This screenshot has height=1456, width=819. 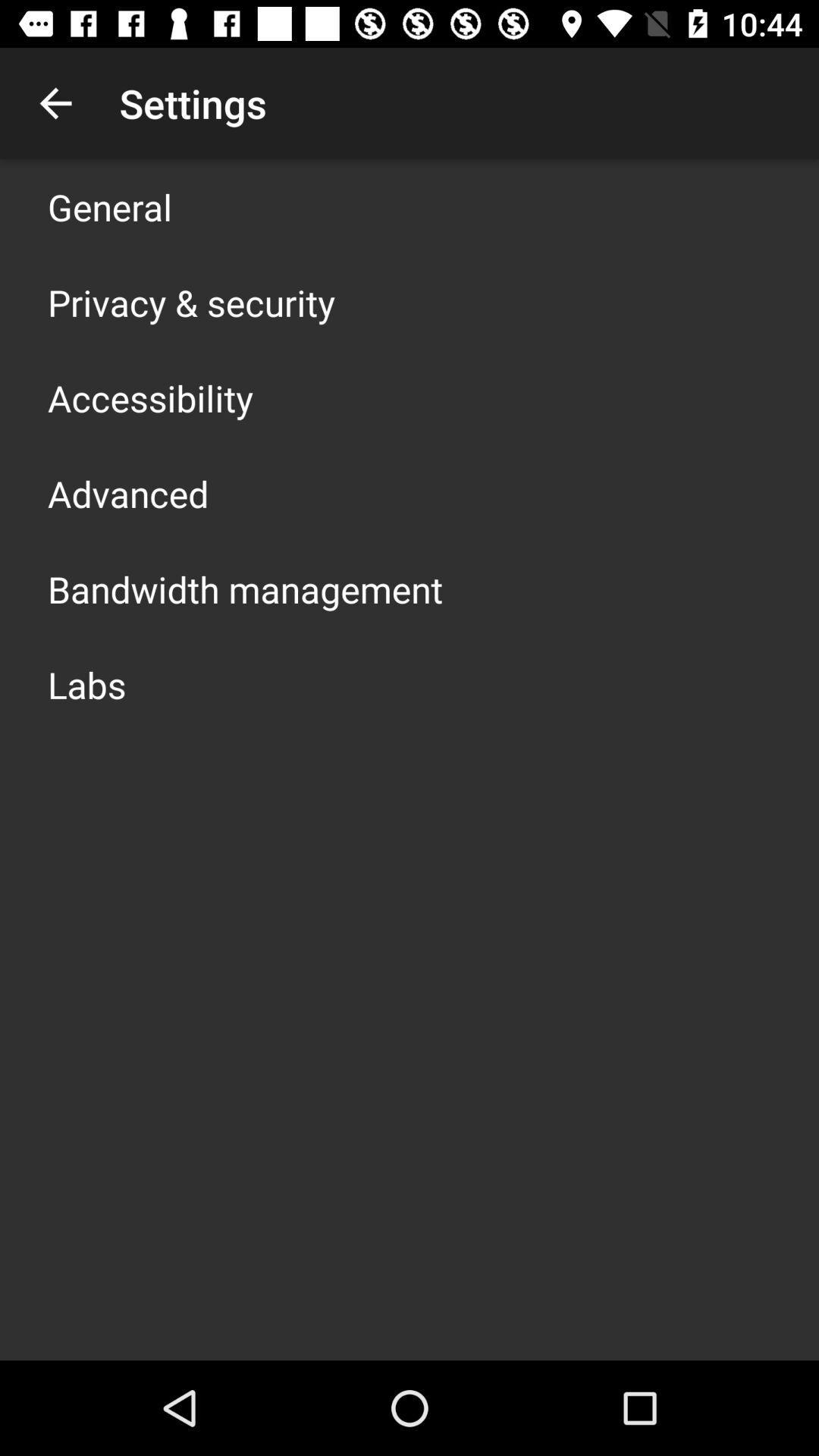 What do you see at coordinates (150, 397) in the screenshot?
I see `the app above the advanced icon` at bounding box center [150, 397].